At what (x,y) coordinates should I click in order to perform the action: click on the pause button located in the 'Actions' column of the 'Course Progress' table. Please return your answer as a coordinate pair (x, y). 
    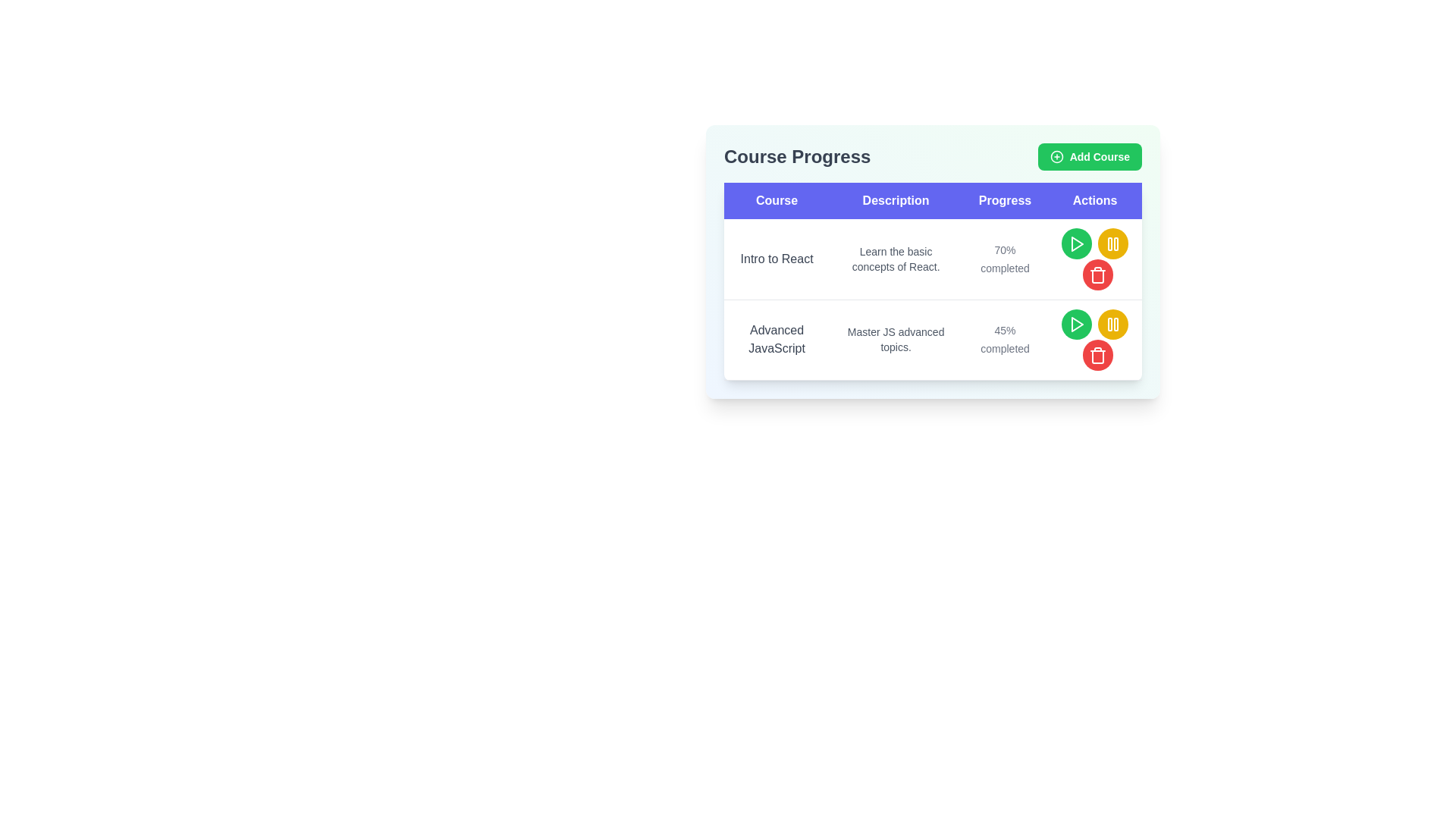
    Looking at the image, I should click on (1113, 323).